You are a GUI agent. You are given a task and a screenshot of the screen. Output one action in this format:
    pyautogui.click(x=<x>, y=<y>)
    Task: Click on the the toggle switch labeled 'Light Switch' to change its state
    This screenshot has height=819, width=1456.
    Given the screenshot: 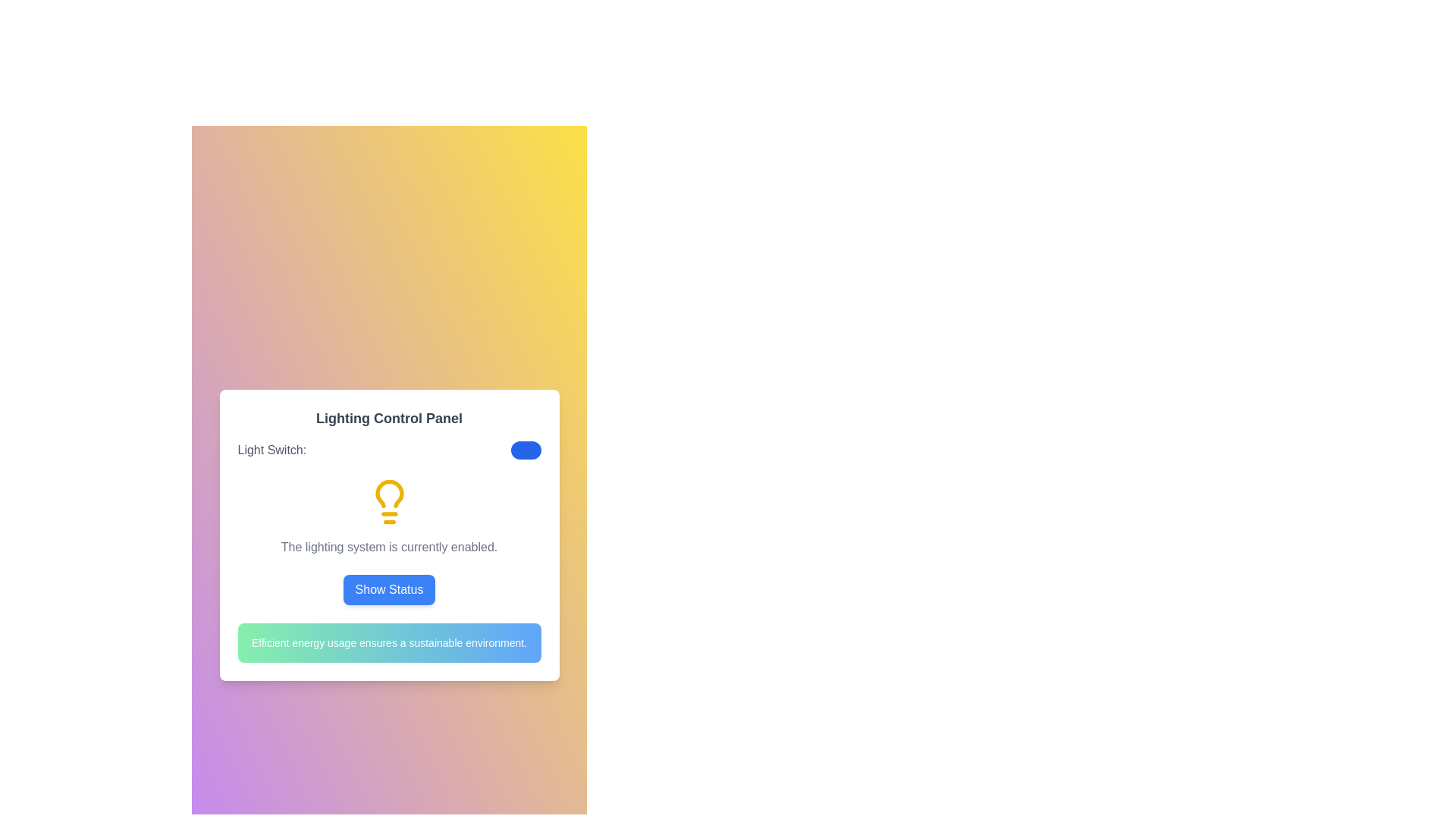 What is the action you would take?
    pyautogui.click(x=526, y=450)
    